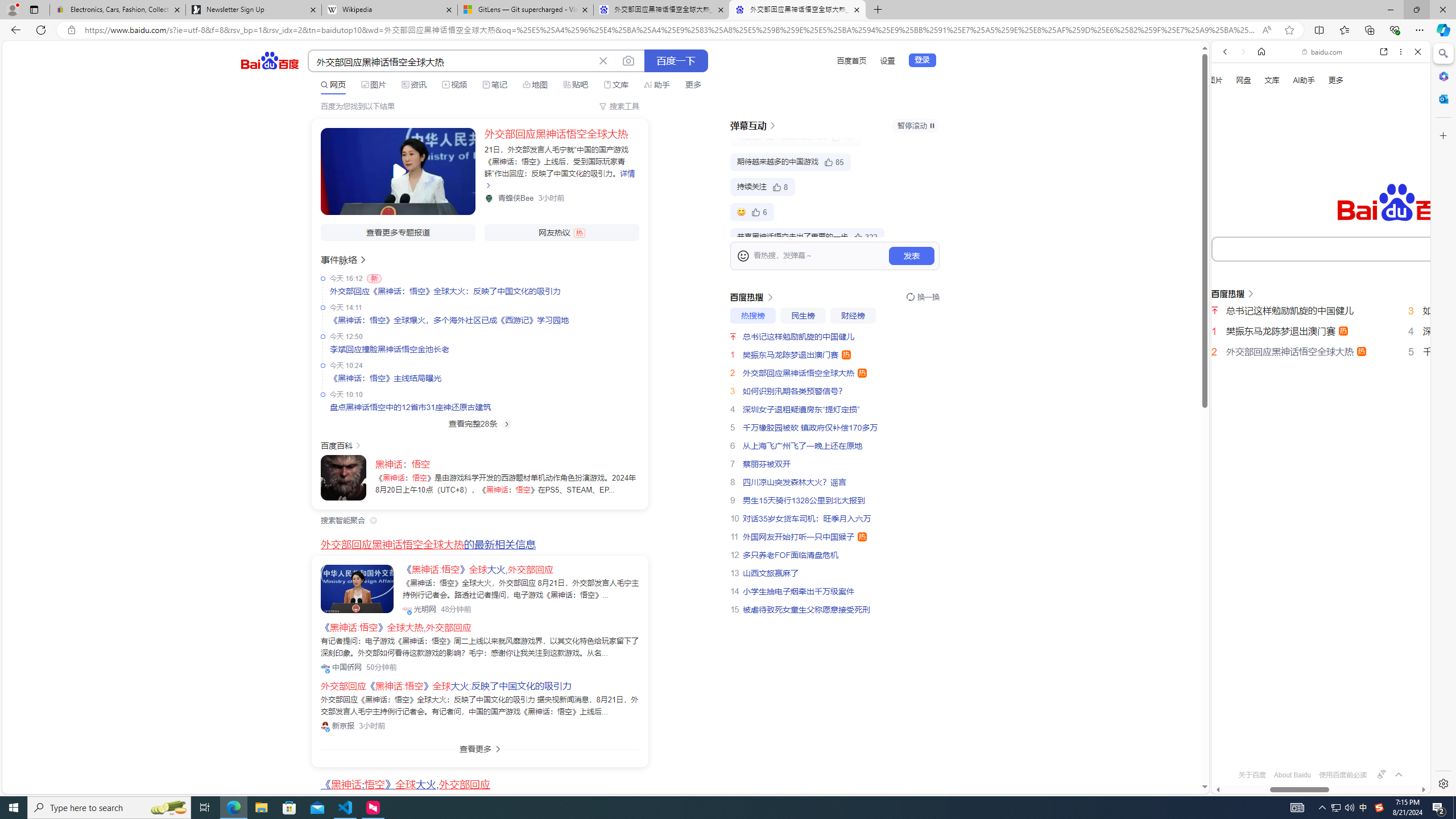 This screenshot has height=819, width=1456. I want to click on 'IMAGES', so click(1262, 192).